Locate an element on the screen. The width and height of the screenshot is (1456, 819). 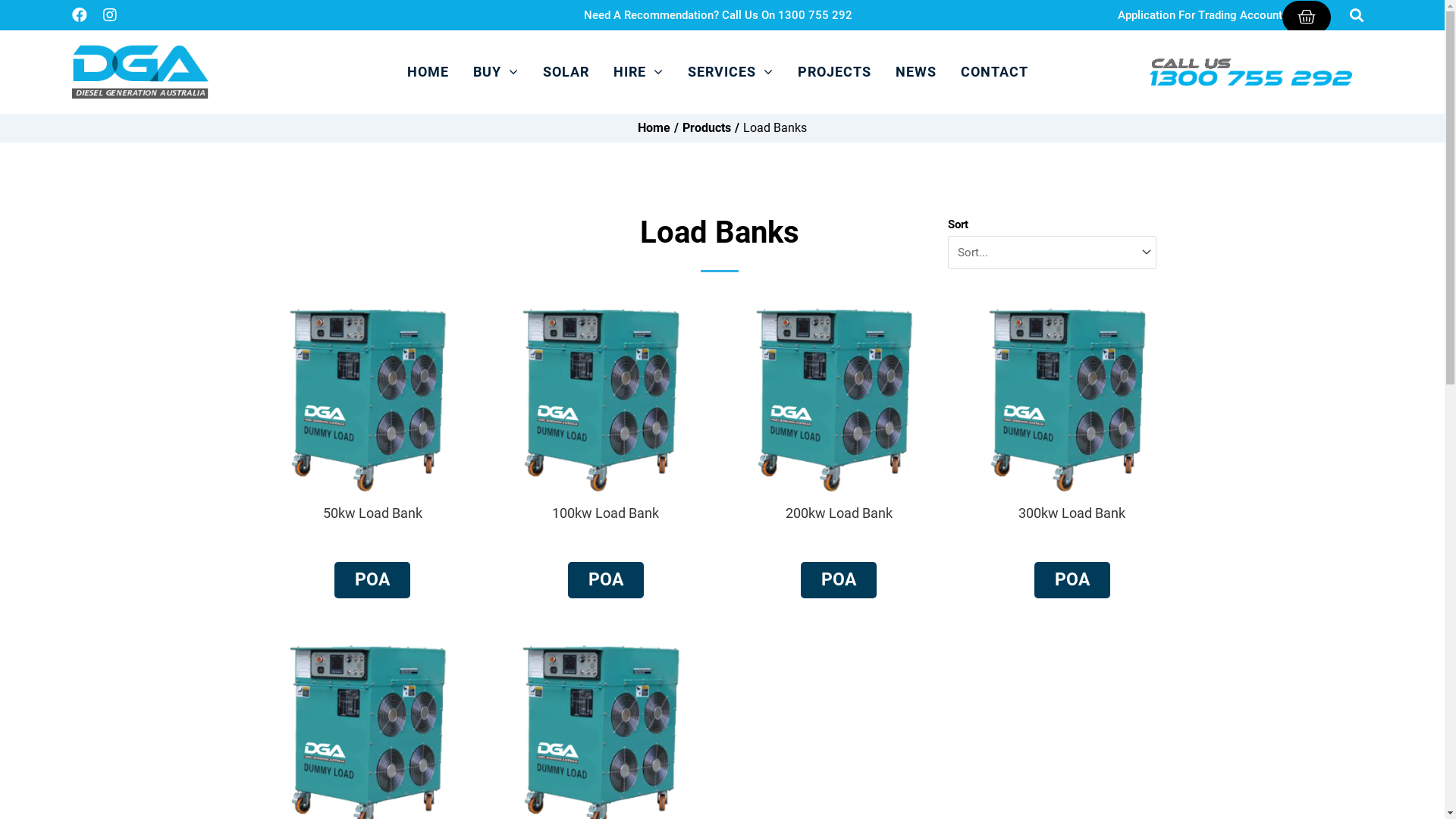
'50kw Load Bank' is located at coordinates (372, 512).